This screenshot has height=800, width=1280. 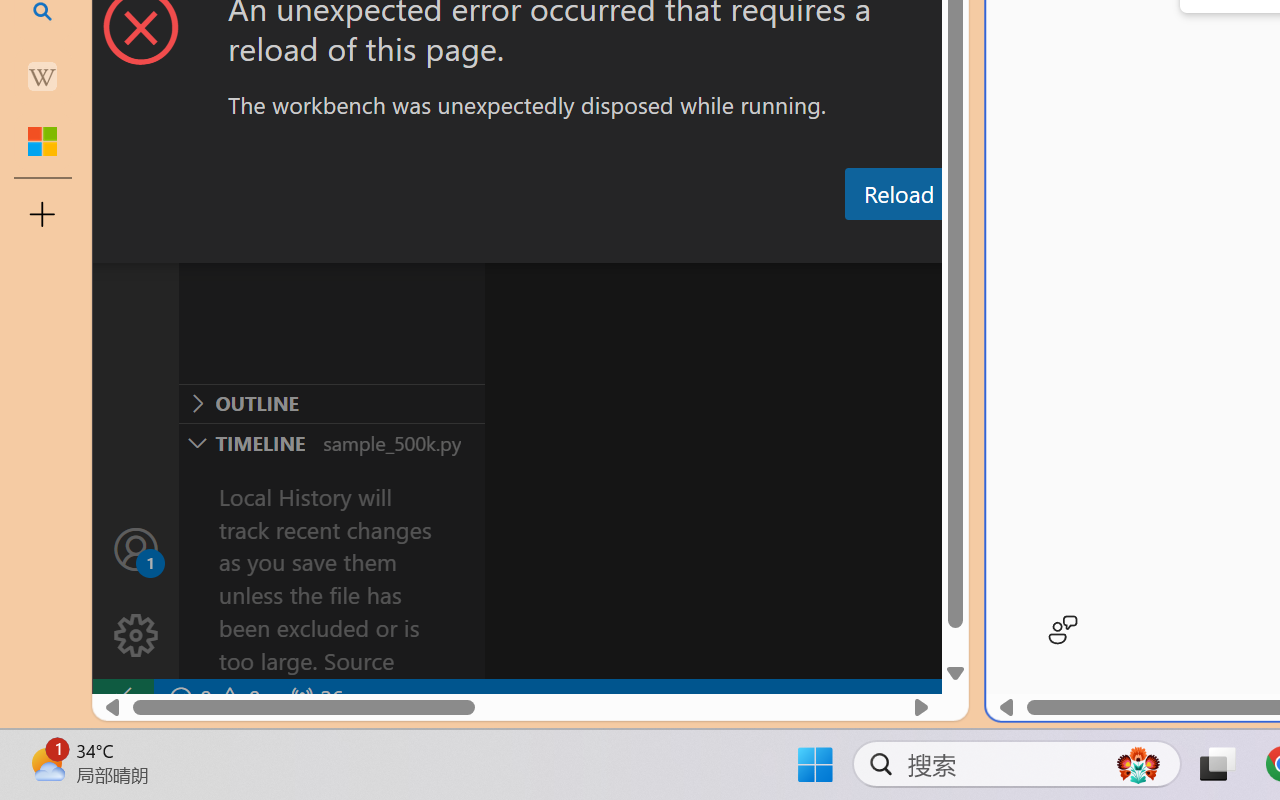 I want to click on 'Accounts - Sign in requested', so click(x=134, y=548).